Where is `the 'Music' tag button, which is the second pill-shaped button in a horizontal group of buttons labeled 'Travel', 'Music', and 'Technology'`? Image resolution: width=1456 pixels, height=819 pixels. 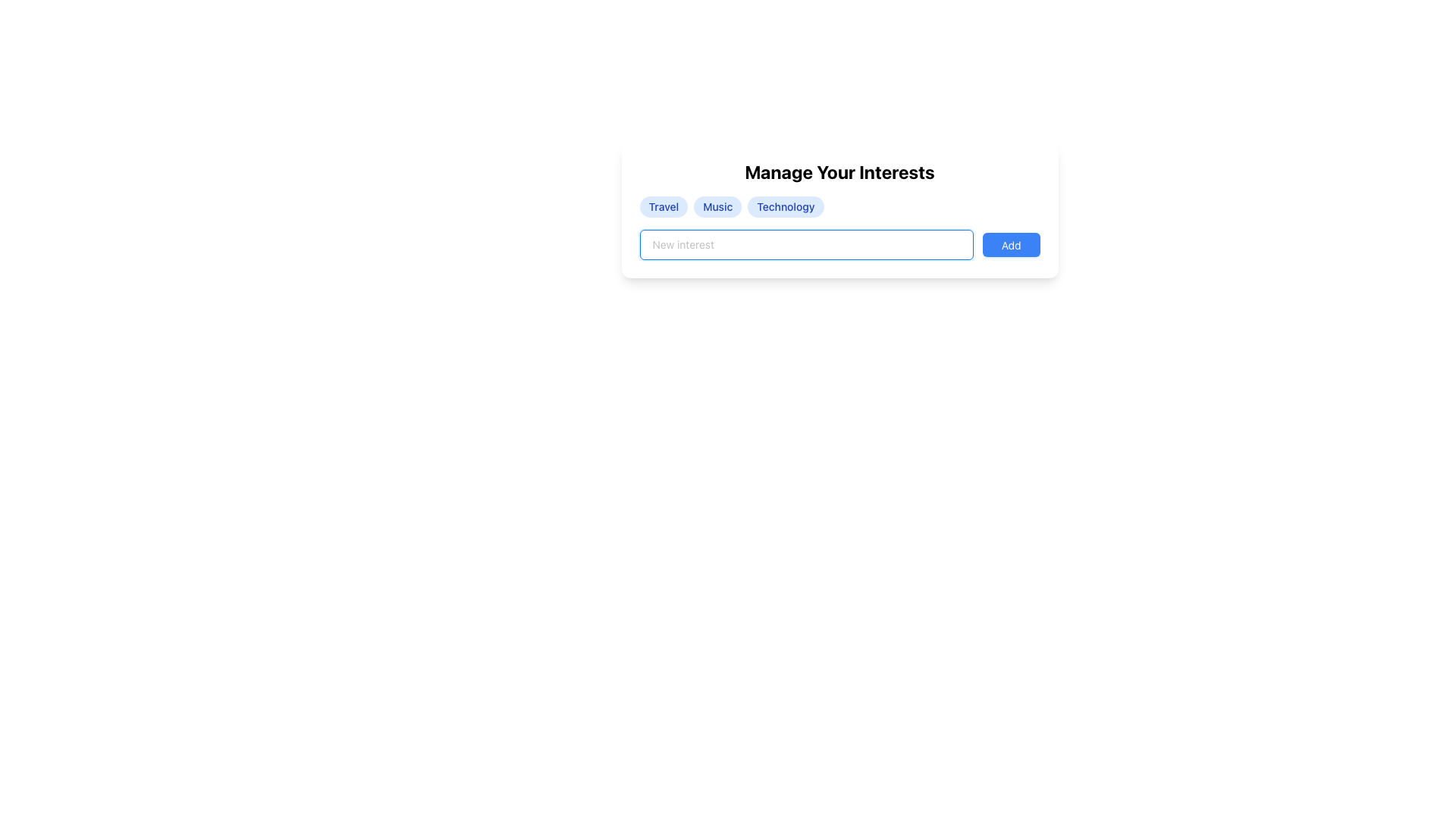
the 'Music' tag button, which is the second pill-shaped button in a horizontal group of buttons labeled 'Travel', 'Music', and 'Technology' is located at coordinates (717, 207).